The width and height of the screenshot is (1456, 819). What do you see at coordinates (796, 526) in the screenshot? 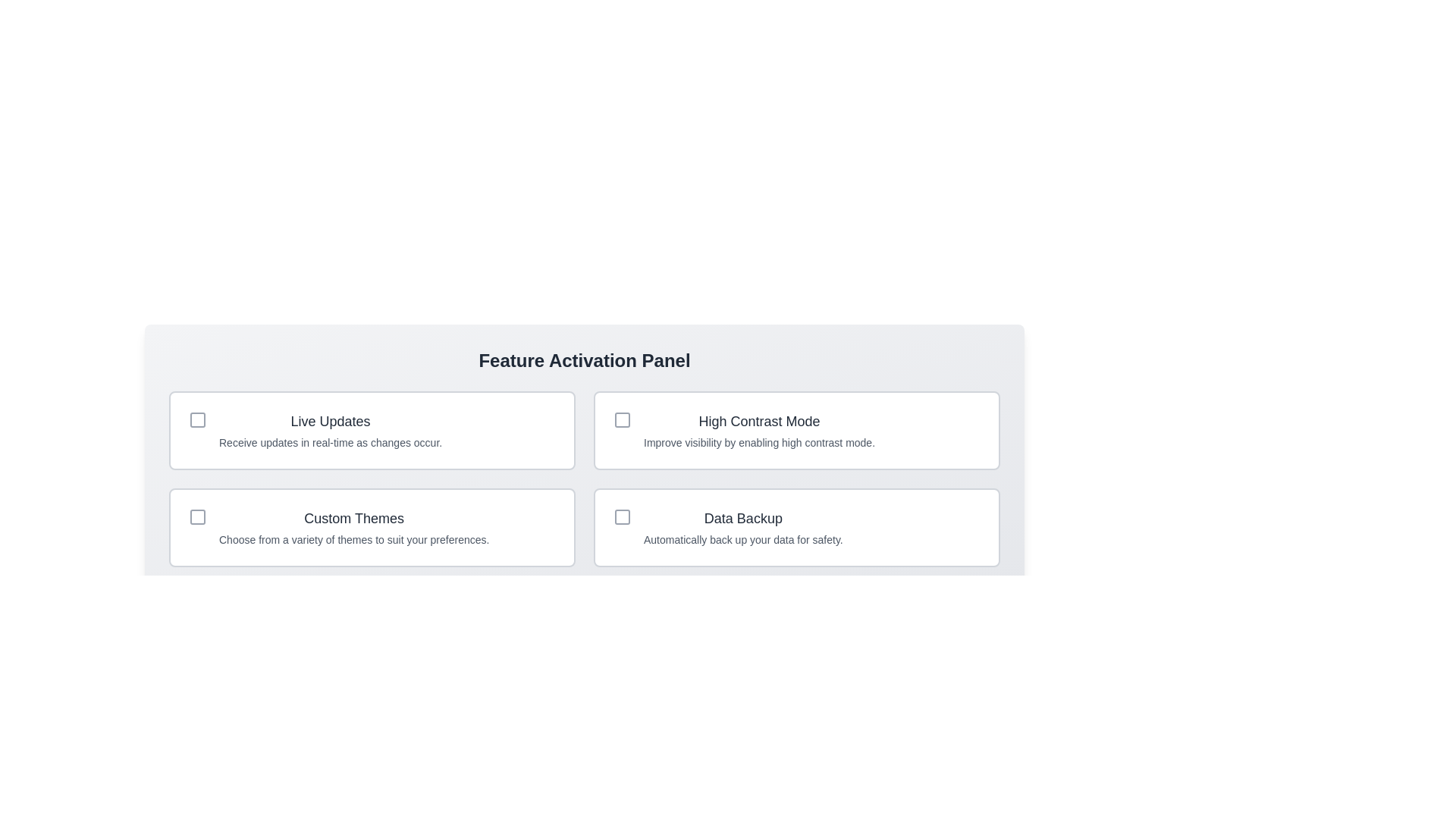
I see `the checkbox on the 'Data Backup' Feature Selection Card located at the bottom-right of the grid` at bounding box center [796, 526].